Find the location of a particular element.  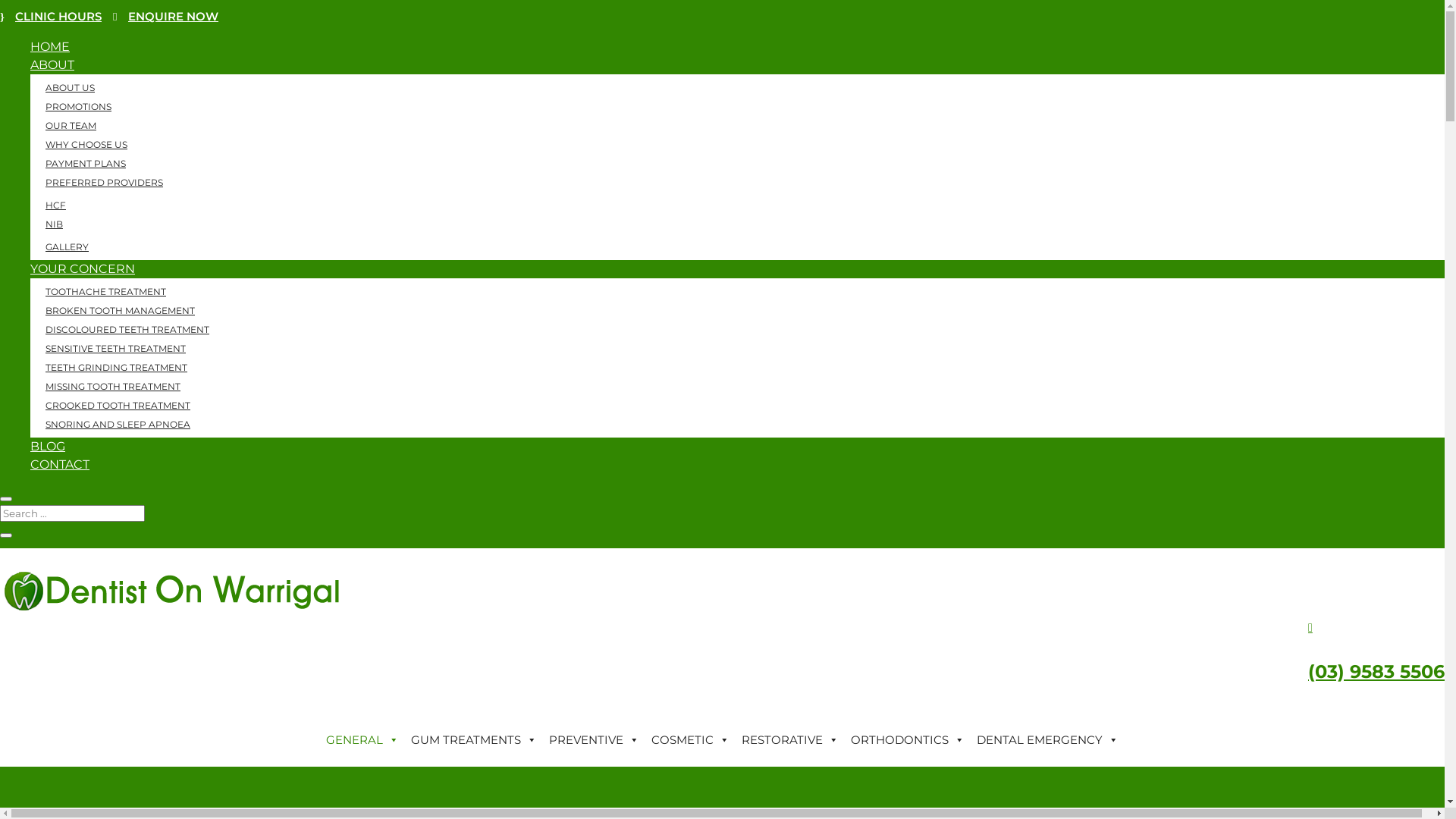

'ORTHODONTICS' is located at coordinates (907, 739).